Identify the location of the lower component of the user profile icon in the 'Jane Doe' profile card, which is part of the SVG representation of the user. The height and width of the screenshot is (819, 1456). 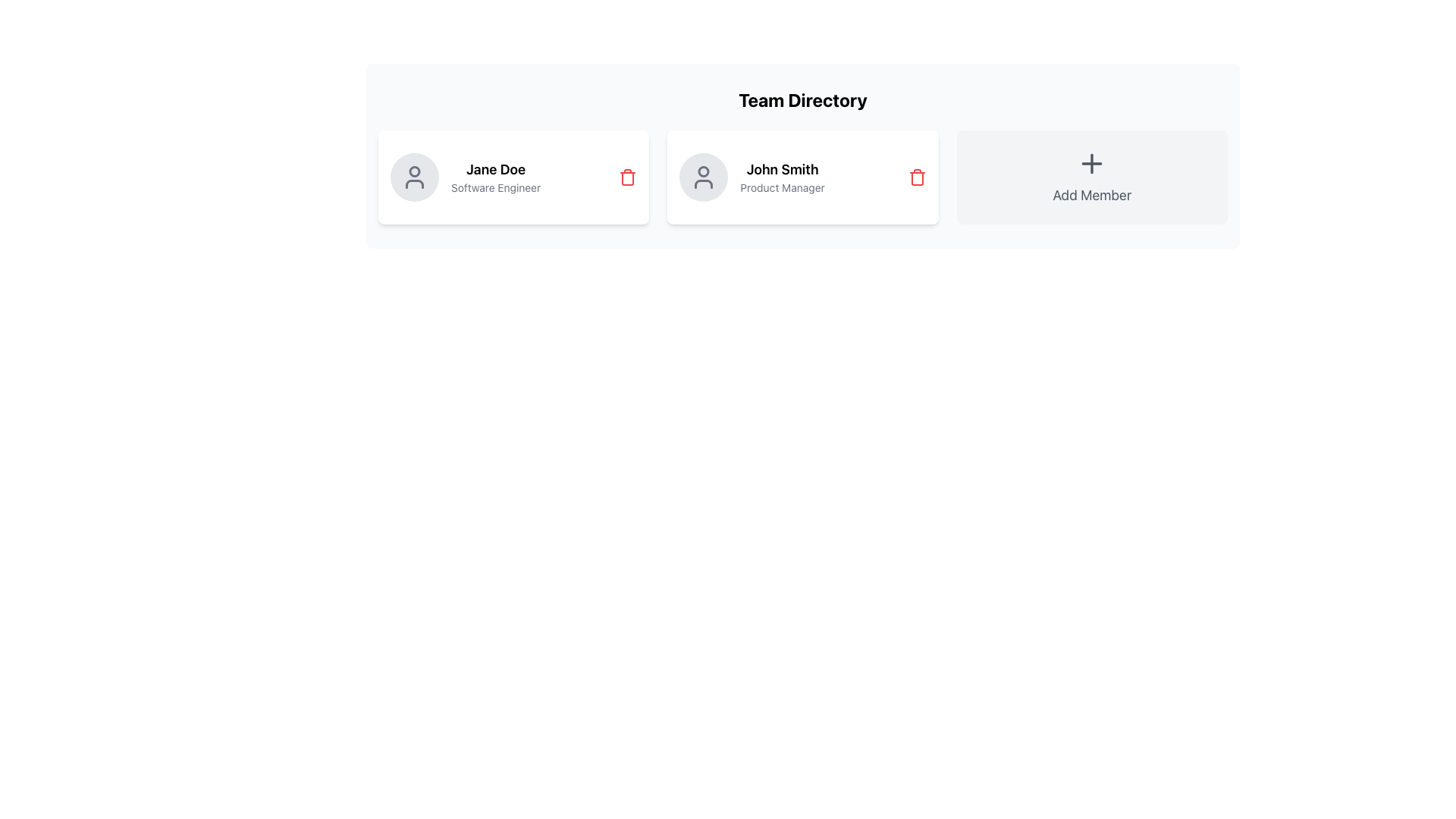
(415, 184).